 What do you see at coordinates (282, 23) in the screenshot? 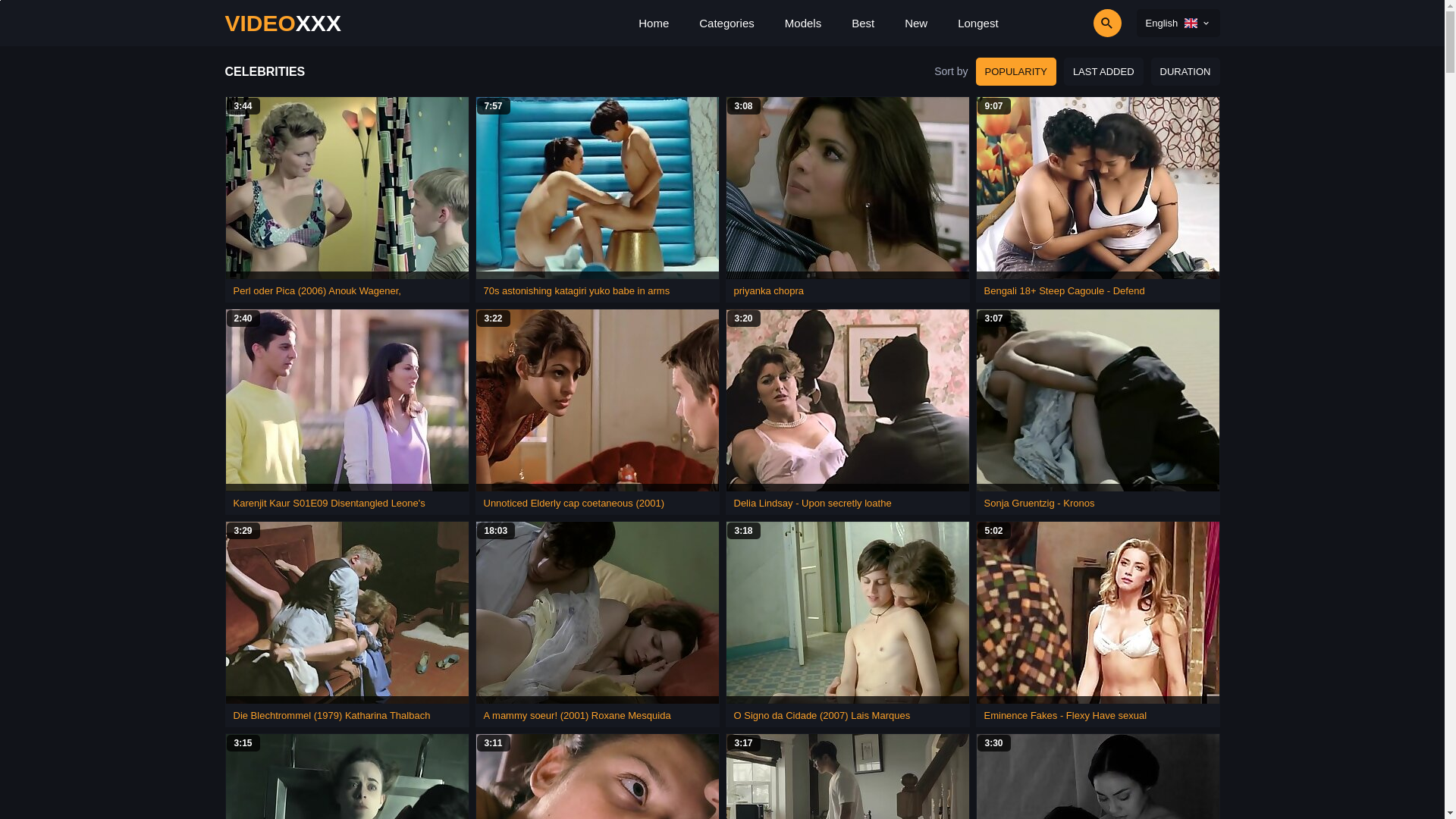
I see `'VIDEOXXX'` at bounding box center [282, 23].